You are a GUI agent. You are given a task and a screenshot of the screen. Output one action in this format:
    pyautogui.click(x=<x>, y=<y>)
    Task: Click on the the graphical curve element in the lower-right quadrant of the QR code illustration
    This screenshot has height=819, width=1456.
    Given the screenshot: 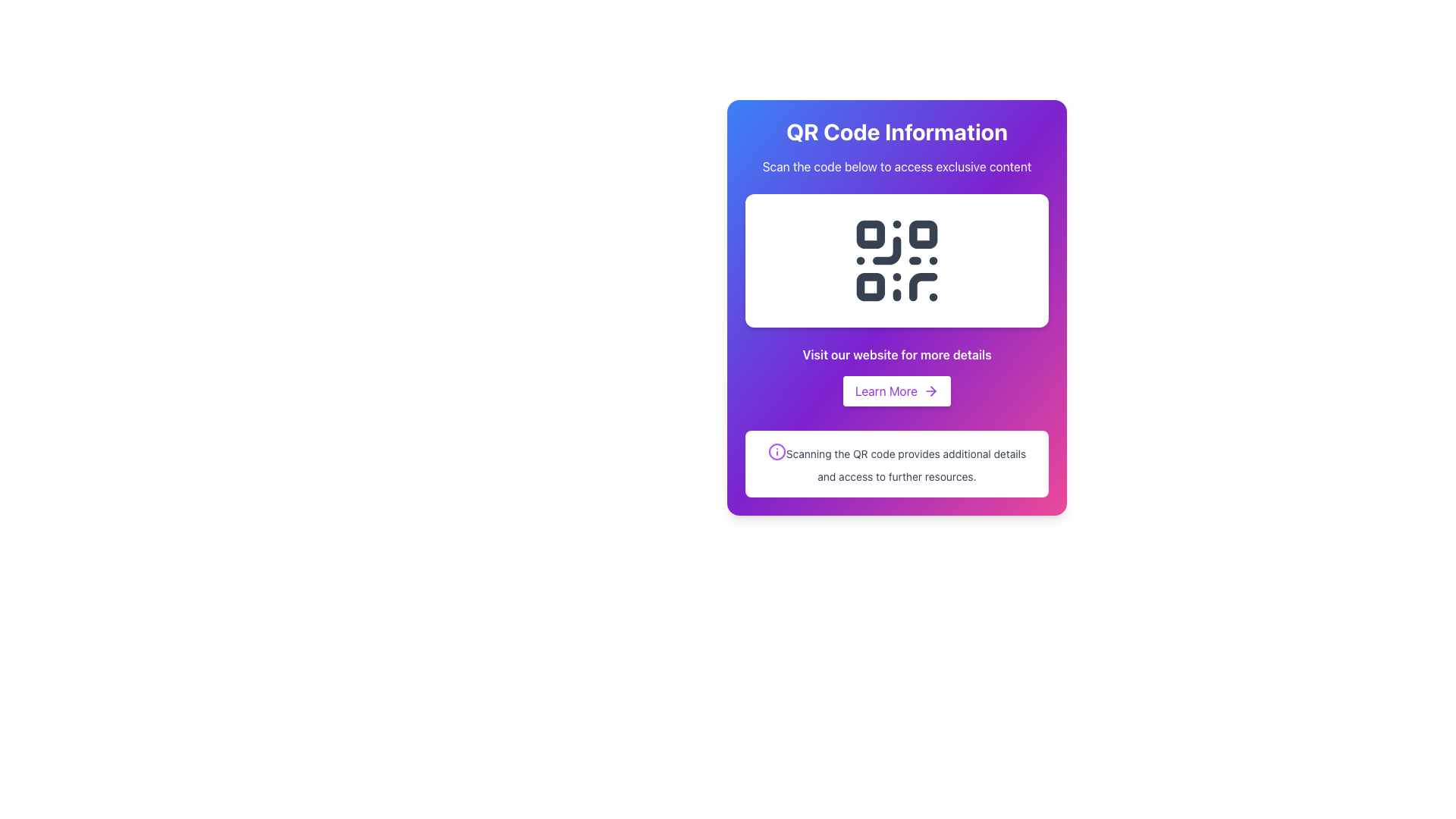 What is the action you would take?
    pyautogui.click(x=922, y=287)
    